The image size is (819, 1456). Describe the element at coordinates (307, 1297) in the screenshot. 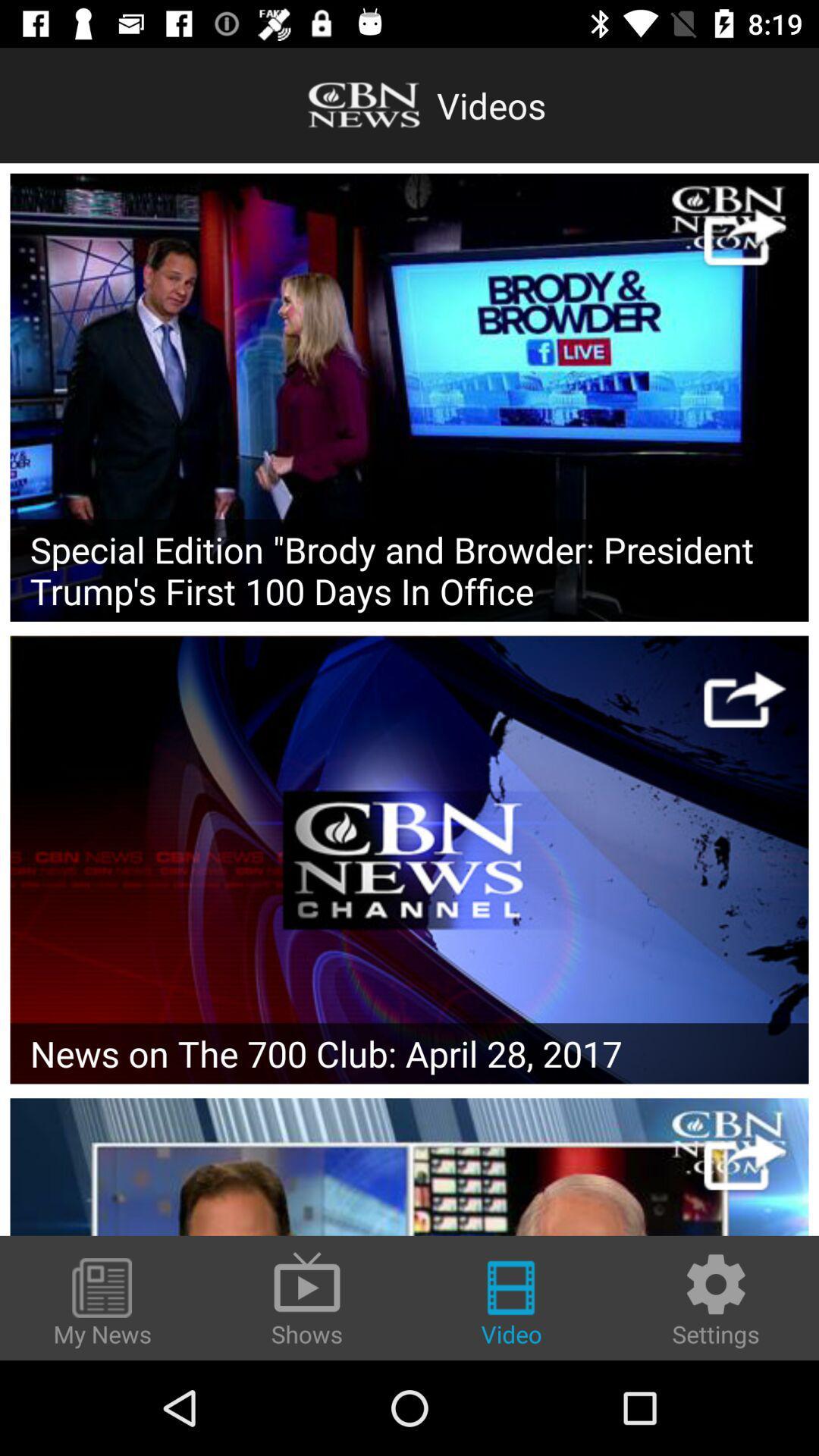

I see `the item to the right of the my news` at that location.